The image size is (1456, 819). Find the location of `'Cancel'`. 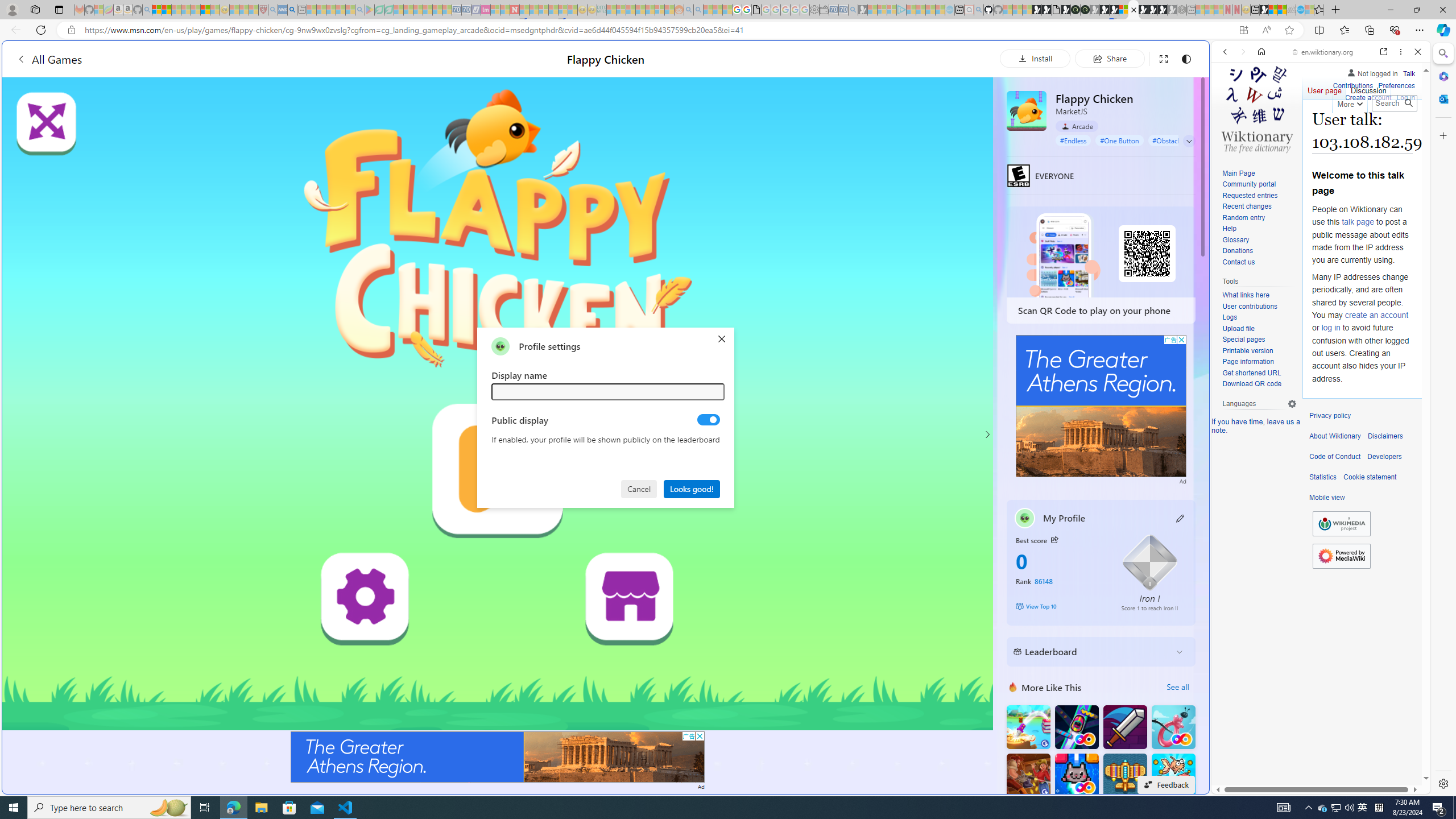

'Cancel' is located at coordinates (640, 487).